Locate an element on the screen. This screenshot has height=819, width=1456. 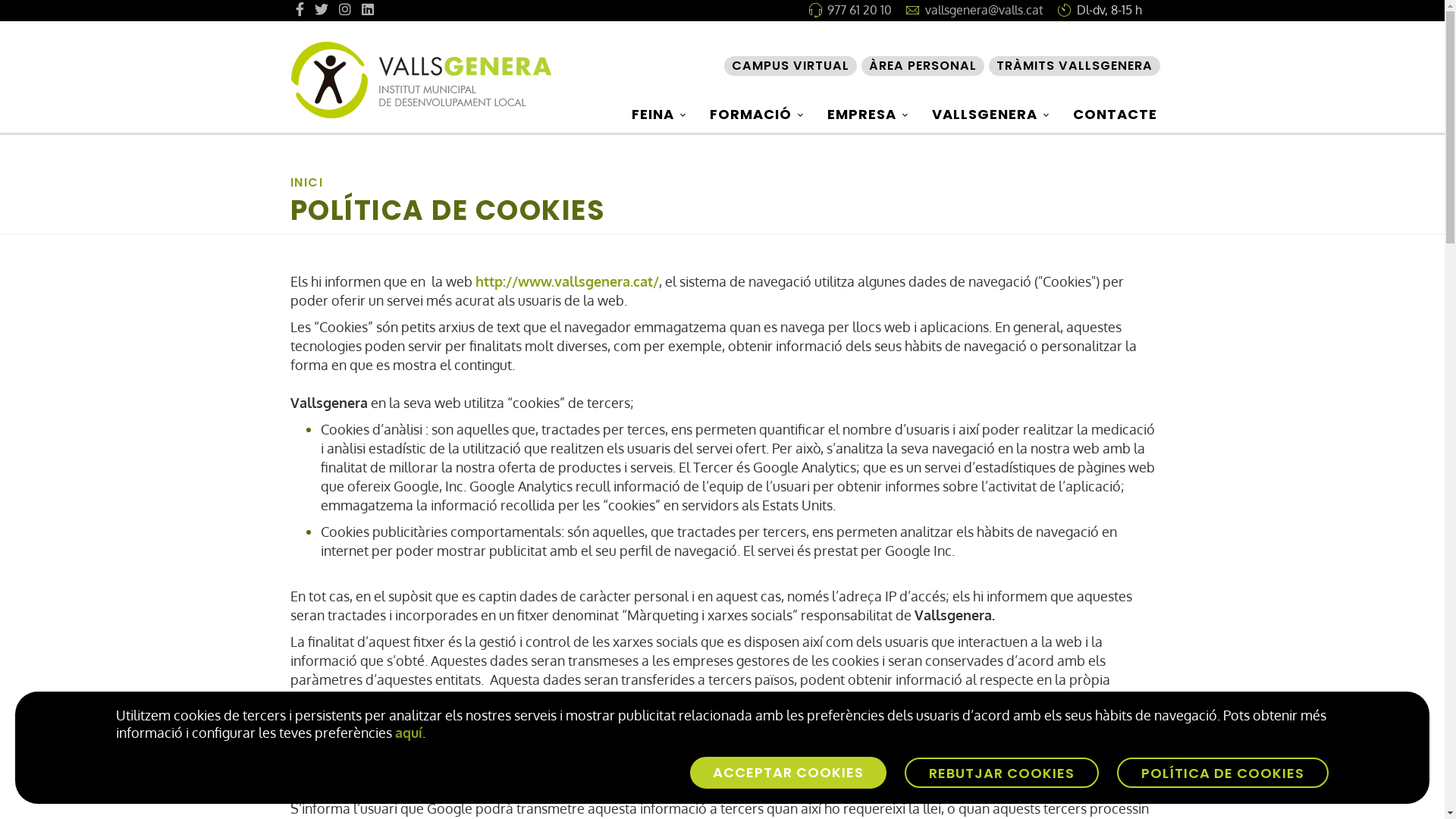
'EMPRESA' is located at coordinates (870, 113).